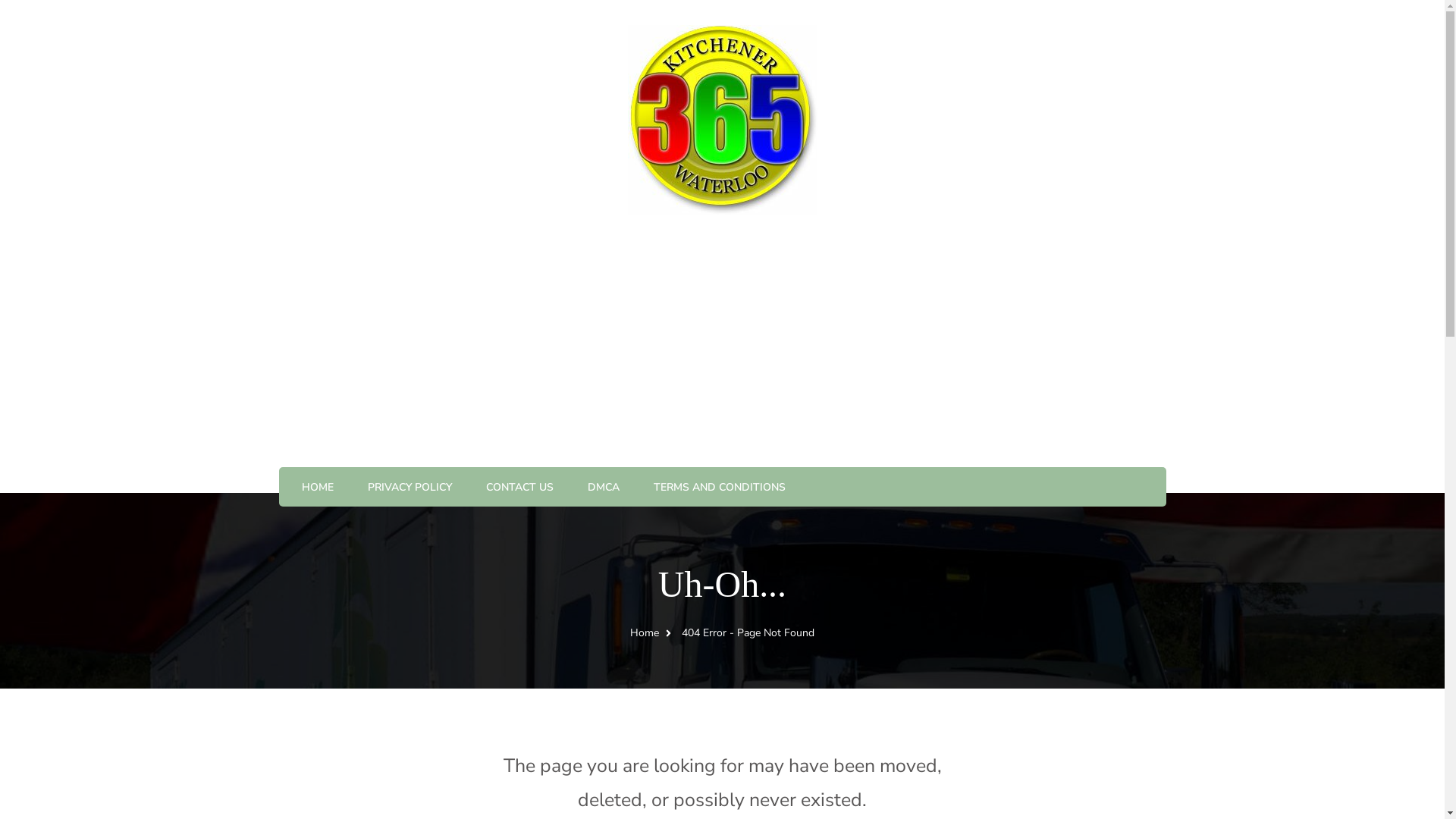 The height and width of the screenshot is (819, 1456). I want to click on 'Home', so click(644, 632).